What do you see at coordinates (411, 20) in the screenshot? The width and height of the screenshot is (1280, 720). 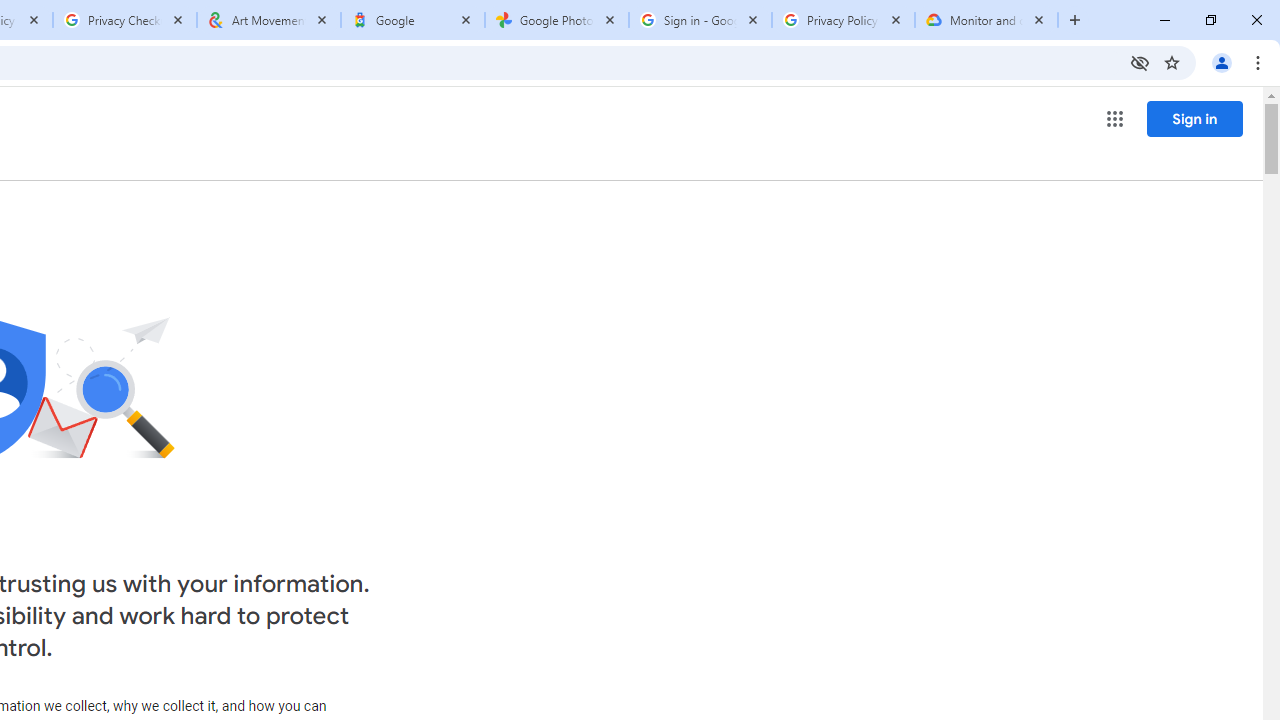 I see `'Google'` at bounding box center [411, 20].